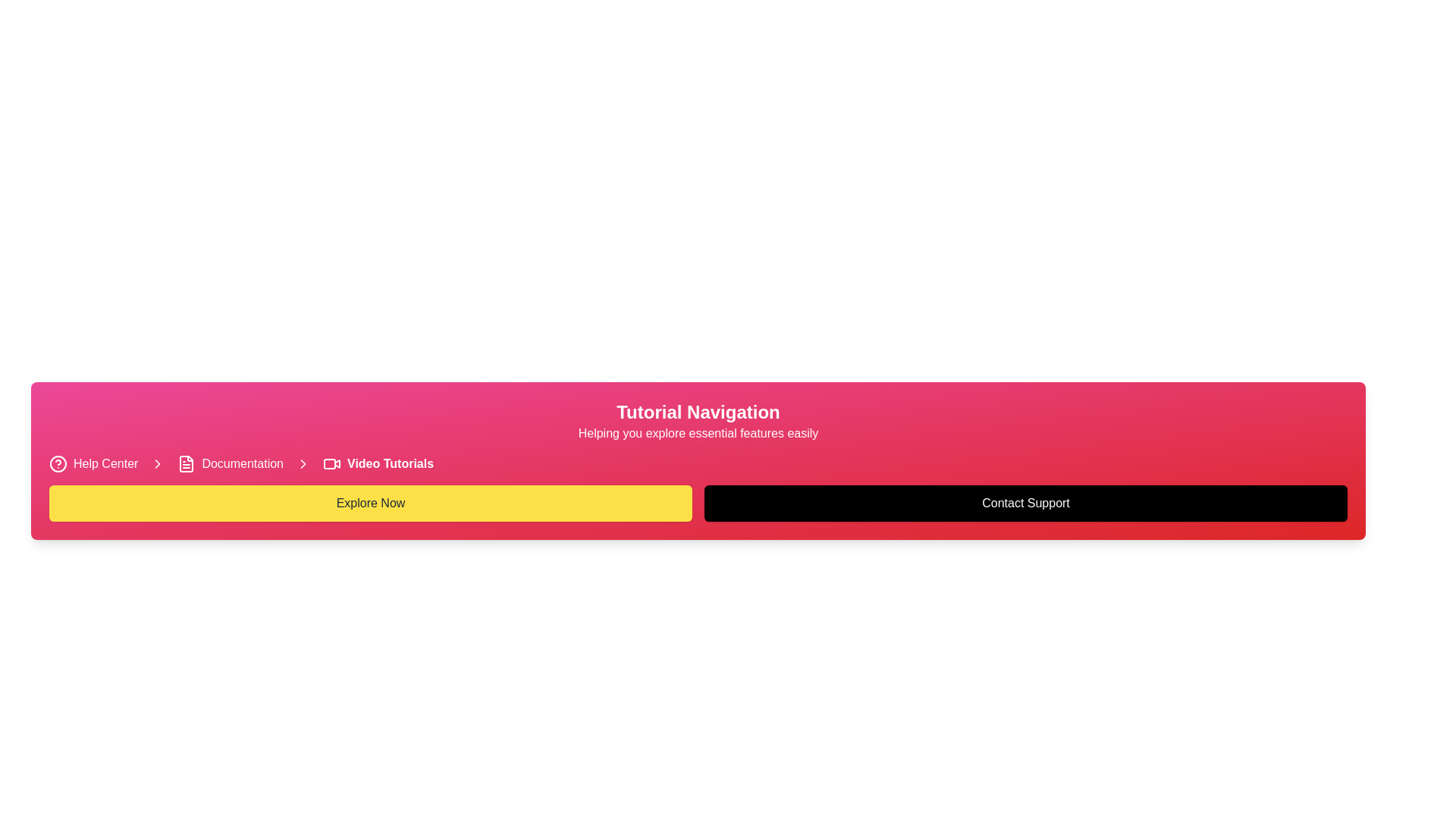 Image resolution: width=1456 pixels, height=819 pixels. I want to click on the hyperlink located between the document icon and the 'Video Tutorials' link in the navigation section to observe the underline effect, so click(243, 463).